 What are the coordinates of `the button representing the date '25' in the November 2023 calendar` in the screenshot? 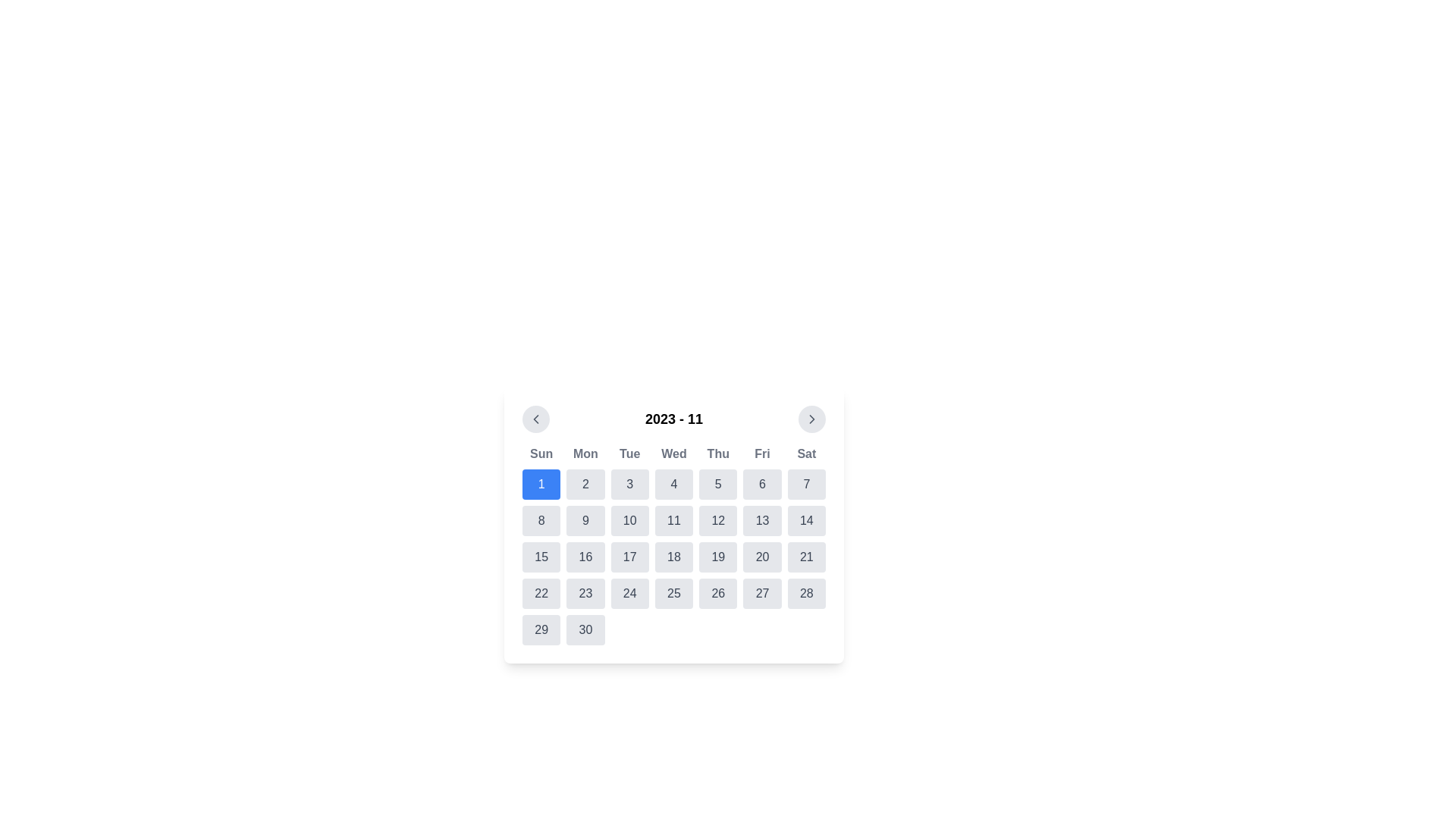 It's located at (673, 593).